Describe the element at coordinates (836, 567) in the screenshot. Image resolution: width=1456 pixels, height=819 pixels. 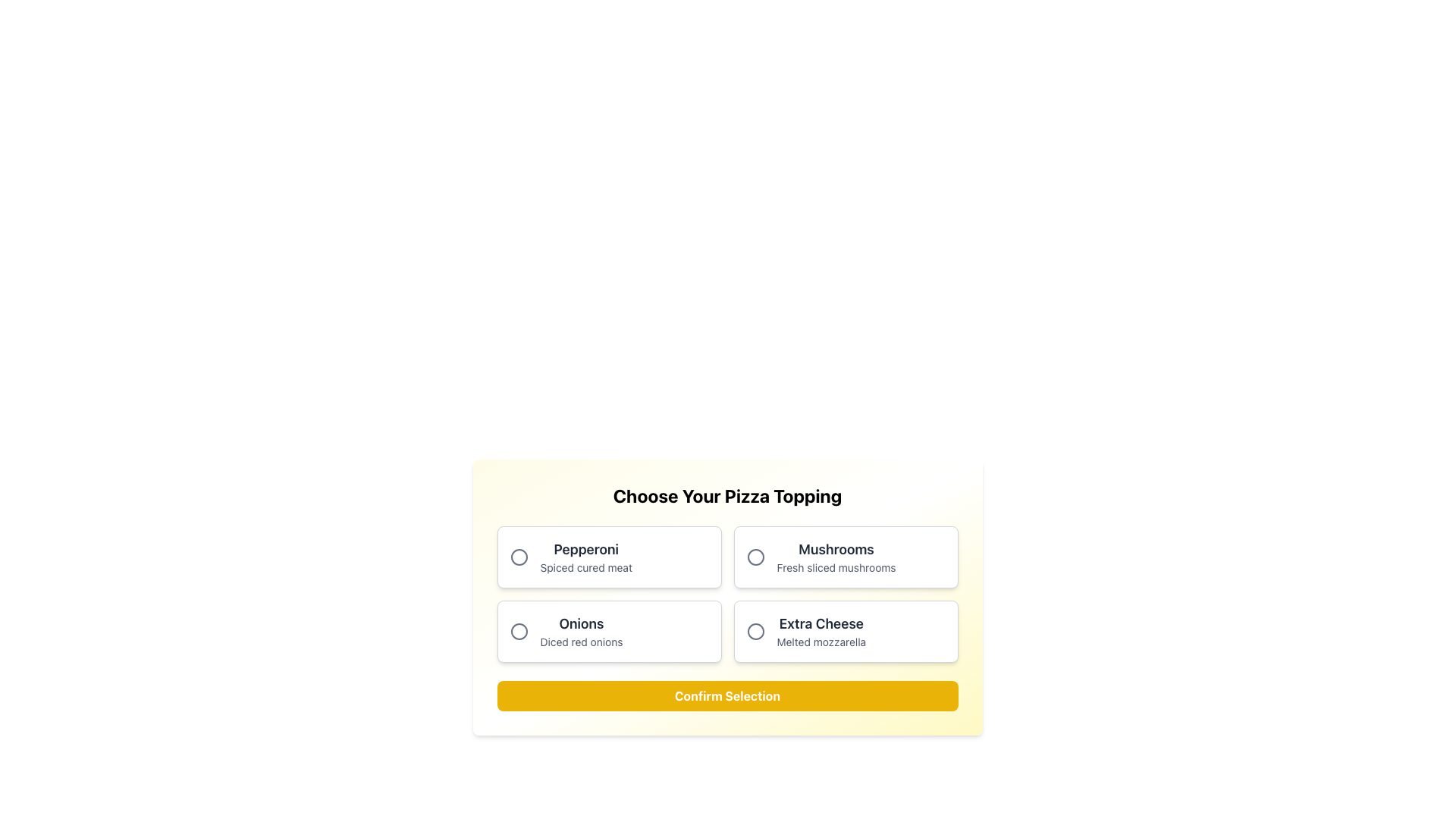
I see `the Text Label that provides additional information about the 'Mushrooms' topping option, located directly below the 'Mushrooms' label in the pizza topping selection grid` at that location.